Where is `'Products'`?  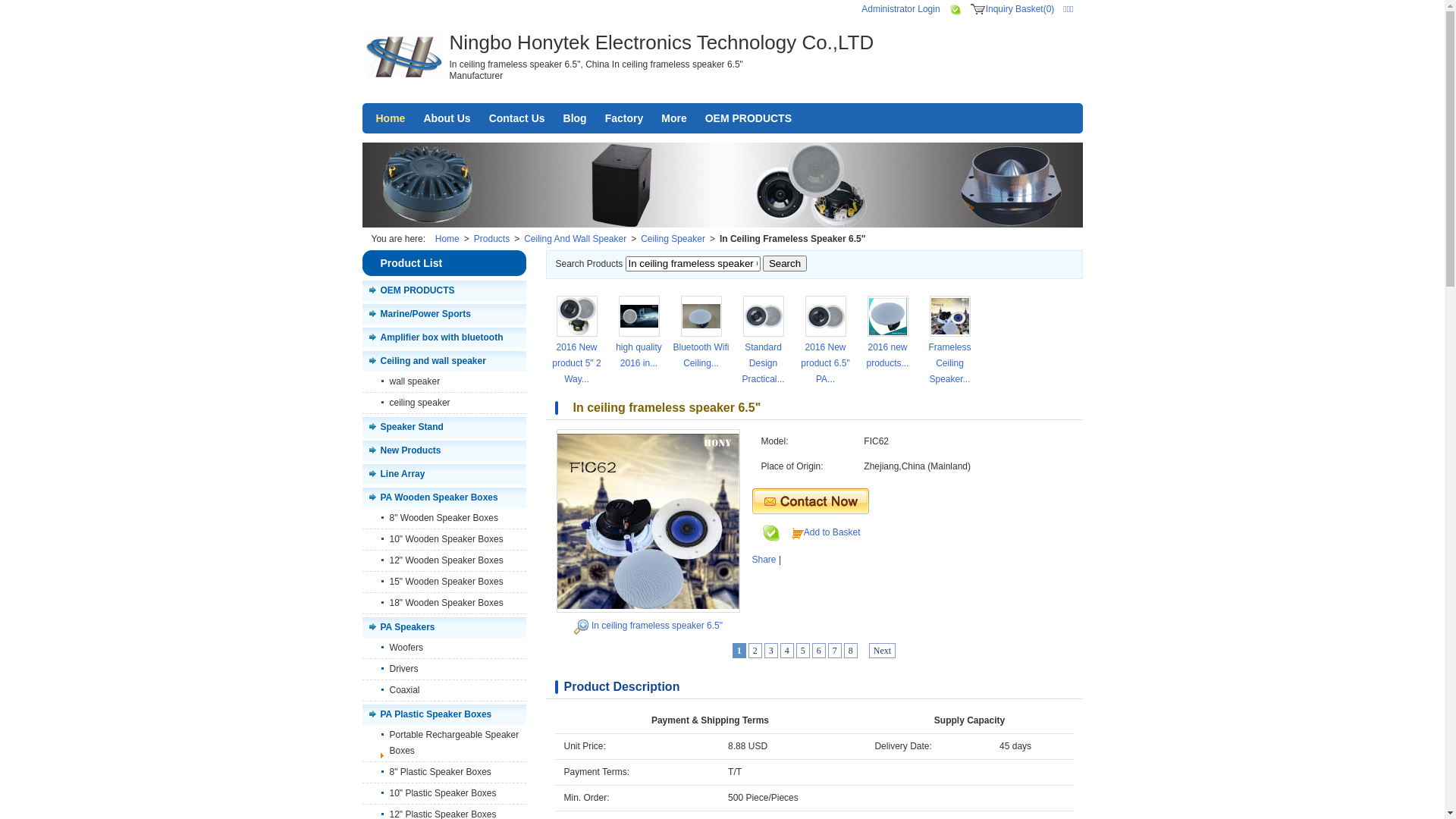 'Products' is located at coordinates (491, 239).